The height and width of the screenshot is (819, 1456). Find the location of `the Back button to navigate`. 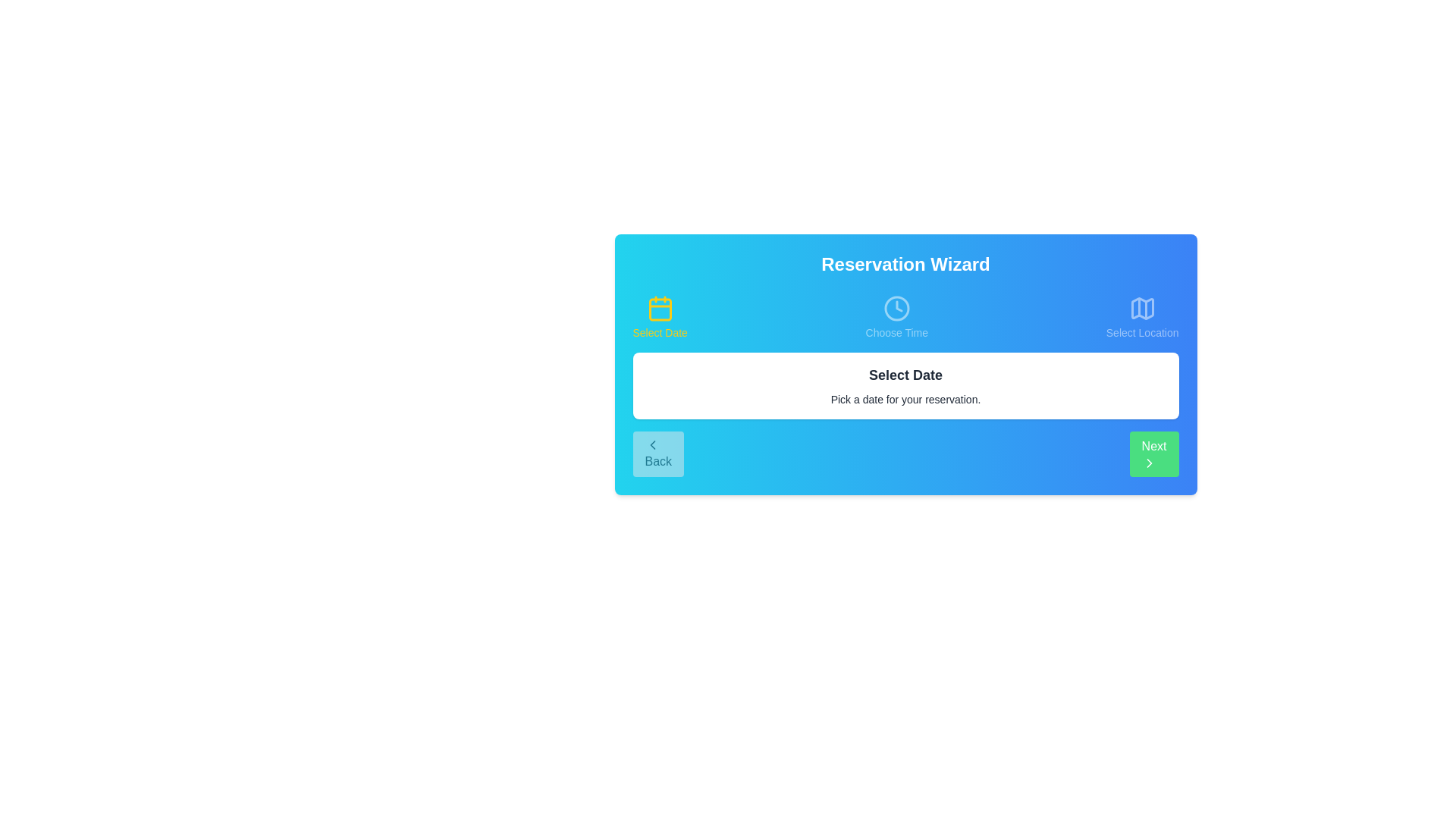

the Back button to navigate is located at coordinates (658, 453).